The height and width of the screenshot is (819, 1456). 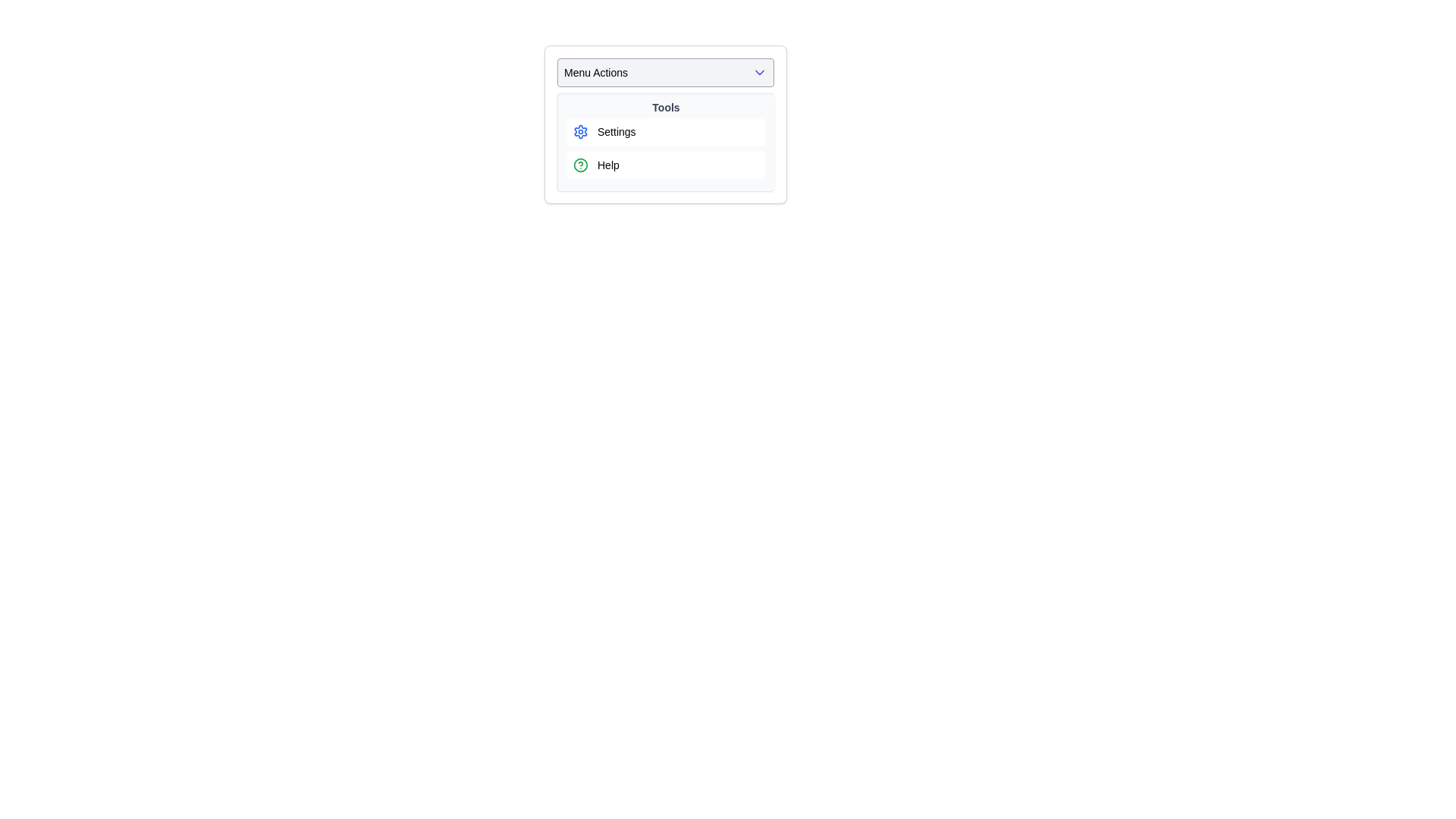 I want to click on the indigo downward-facing arrow icon, which is styled as a chevron and located to the right of the 'Menu Actions' text label, so click(x=760, y=73).